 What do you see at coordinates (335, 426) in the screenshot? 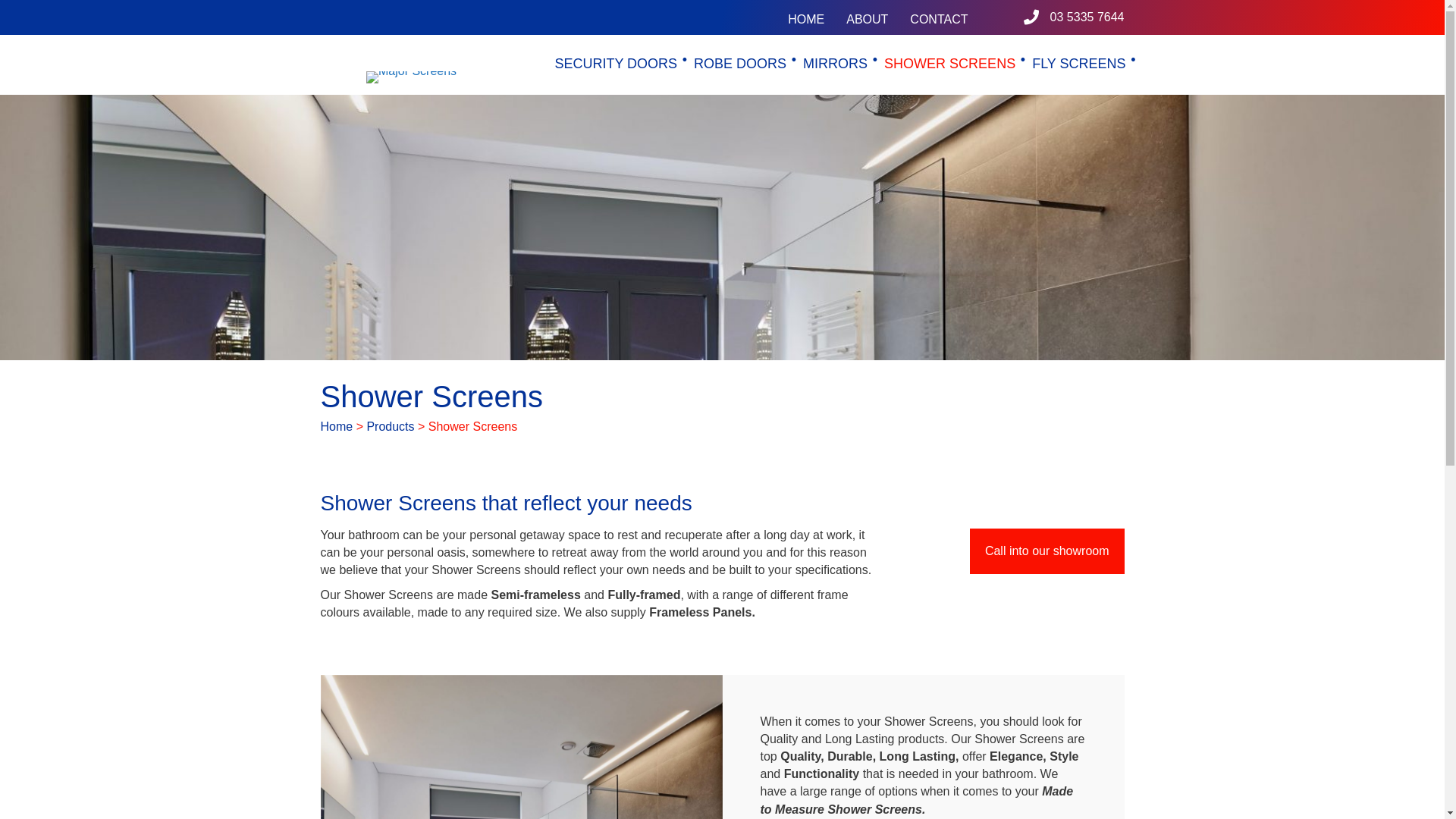
I see `'Home'` at bounding box center [335, 426].